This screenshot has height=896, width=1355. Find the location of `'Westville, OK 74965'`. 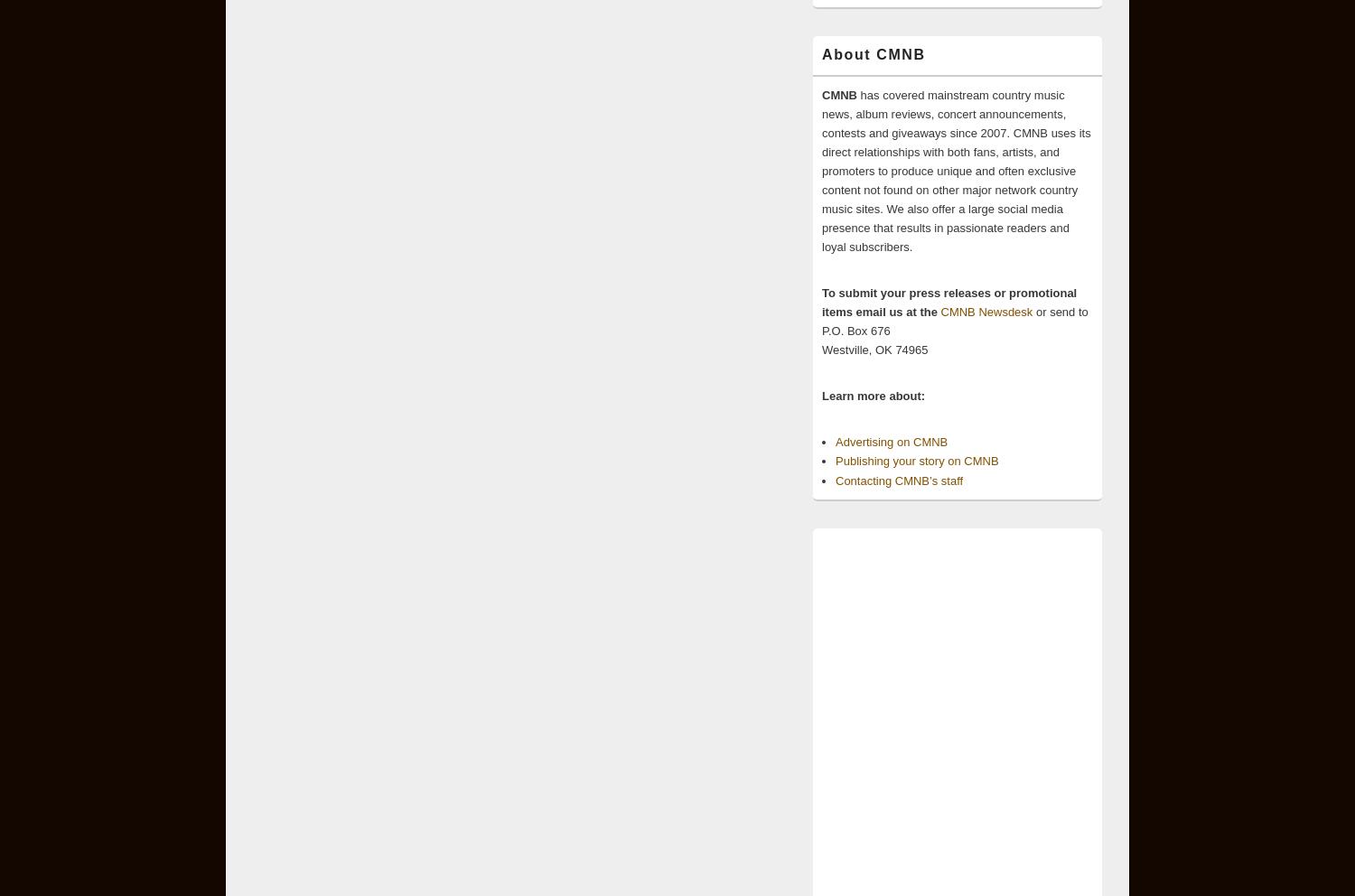

'Westville, OK 74965' is located at coordinates (874, 350).